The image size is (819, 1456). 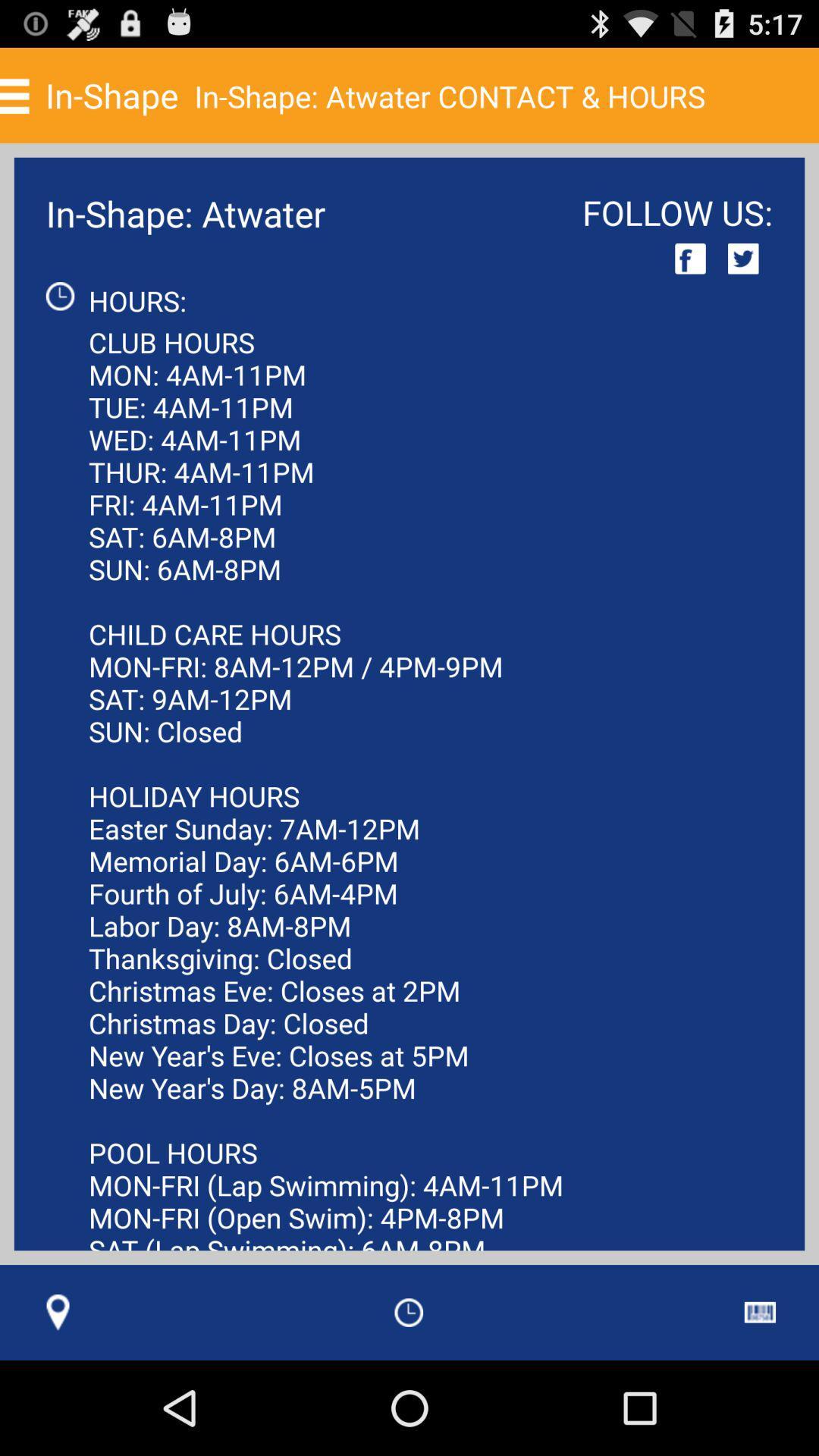 I want to click on item to the right of the club hours mon app, so click(x=760, y=1312).